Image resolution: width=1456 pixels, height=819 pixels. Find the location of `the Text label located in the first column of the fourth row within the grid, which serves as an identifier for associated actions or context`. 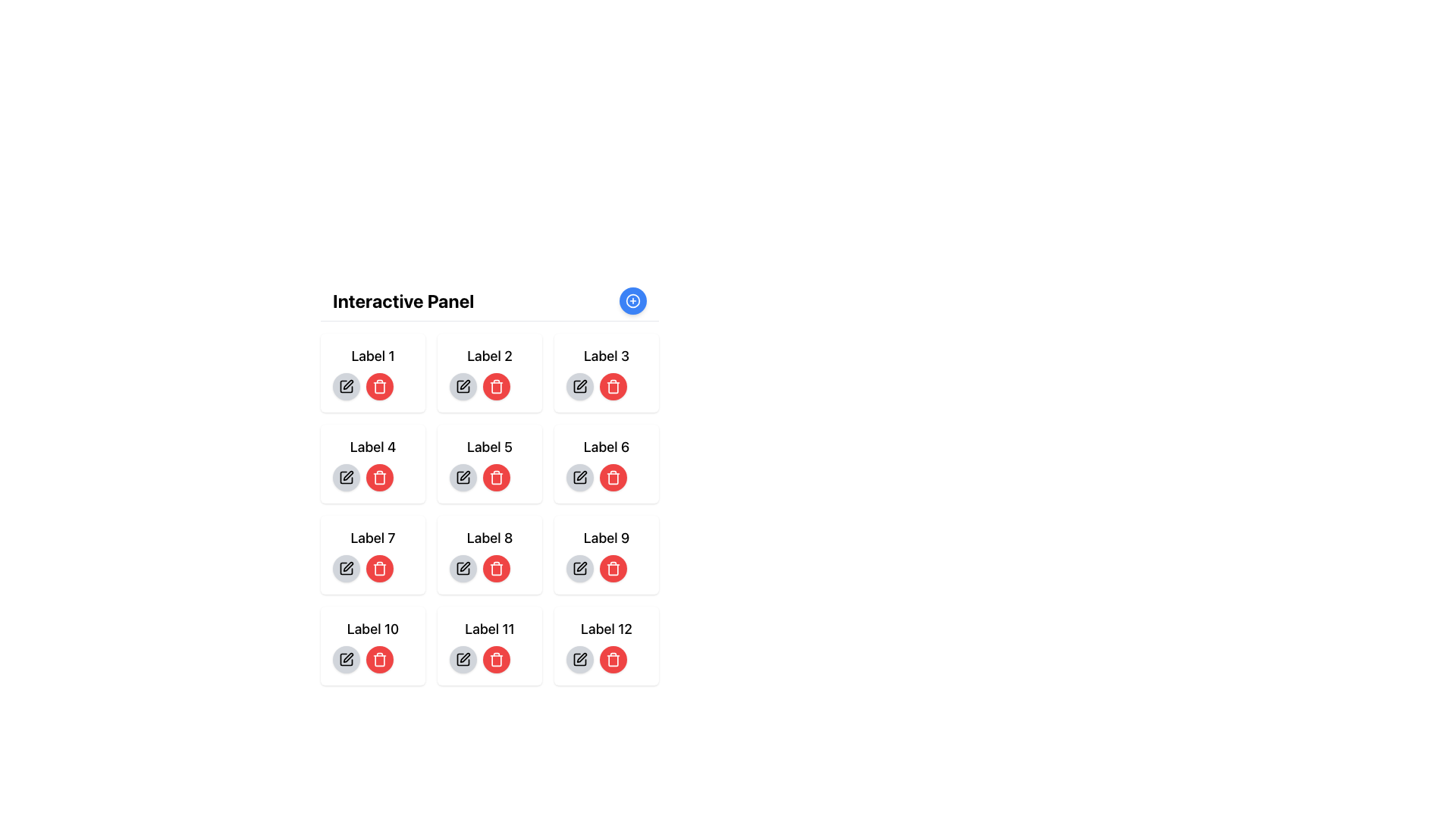

the Text label located in the first column of the fourth row within the grid, which serves as an identifier for associated actions or context is located at coordinates (372, 629).